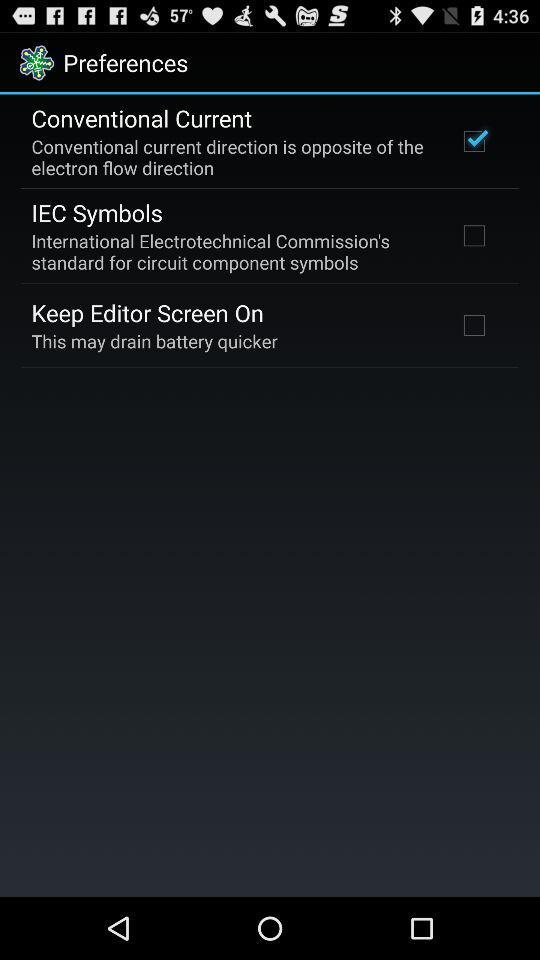  Describe the element at coordinates (153, 341) in the screenshot. I see `this may drain icon` at that location.